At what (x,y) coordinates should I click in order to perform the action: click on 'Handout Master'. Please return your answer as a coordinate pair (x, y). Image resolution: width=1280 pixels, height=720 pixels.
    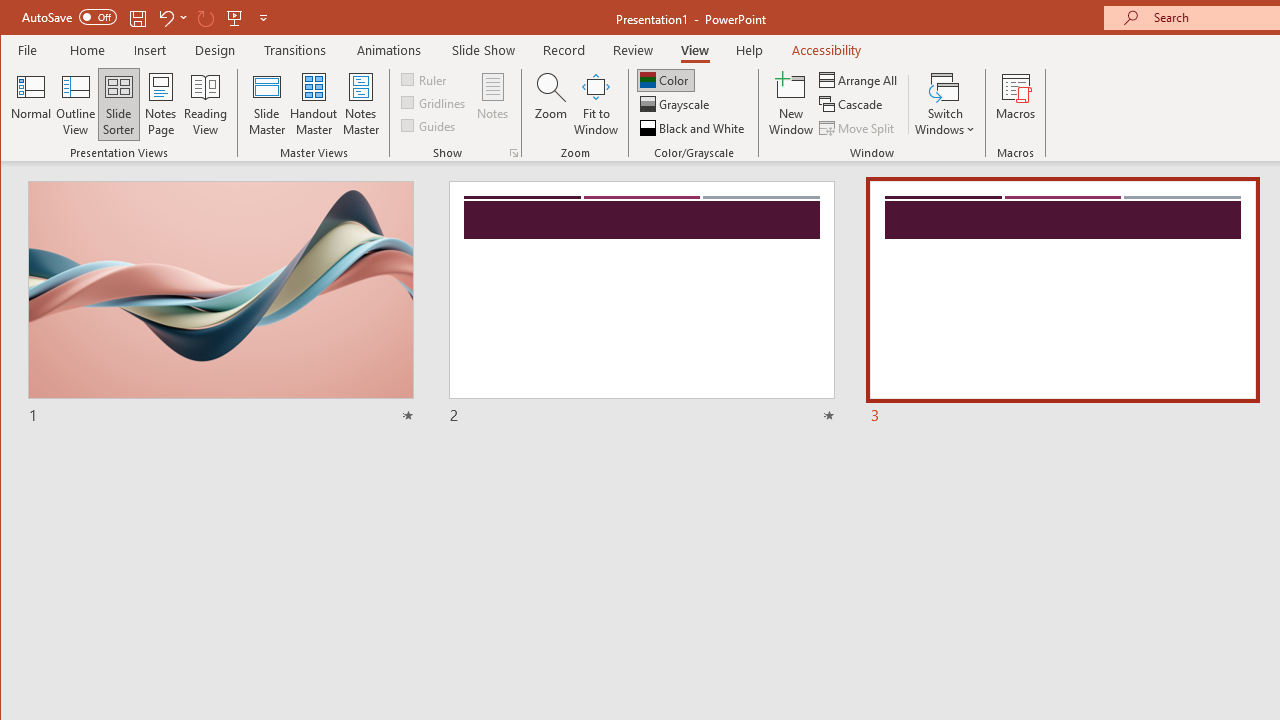
    Looking at the image, I should click on (313, 104).